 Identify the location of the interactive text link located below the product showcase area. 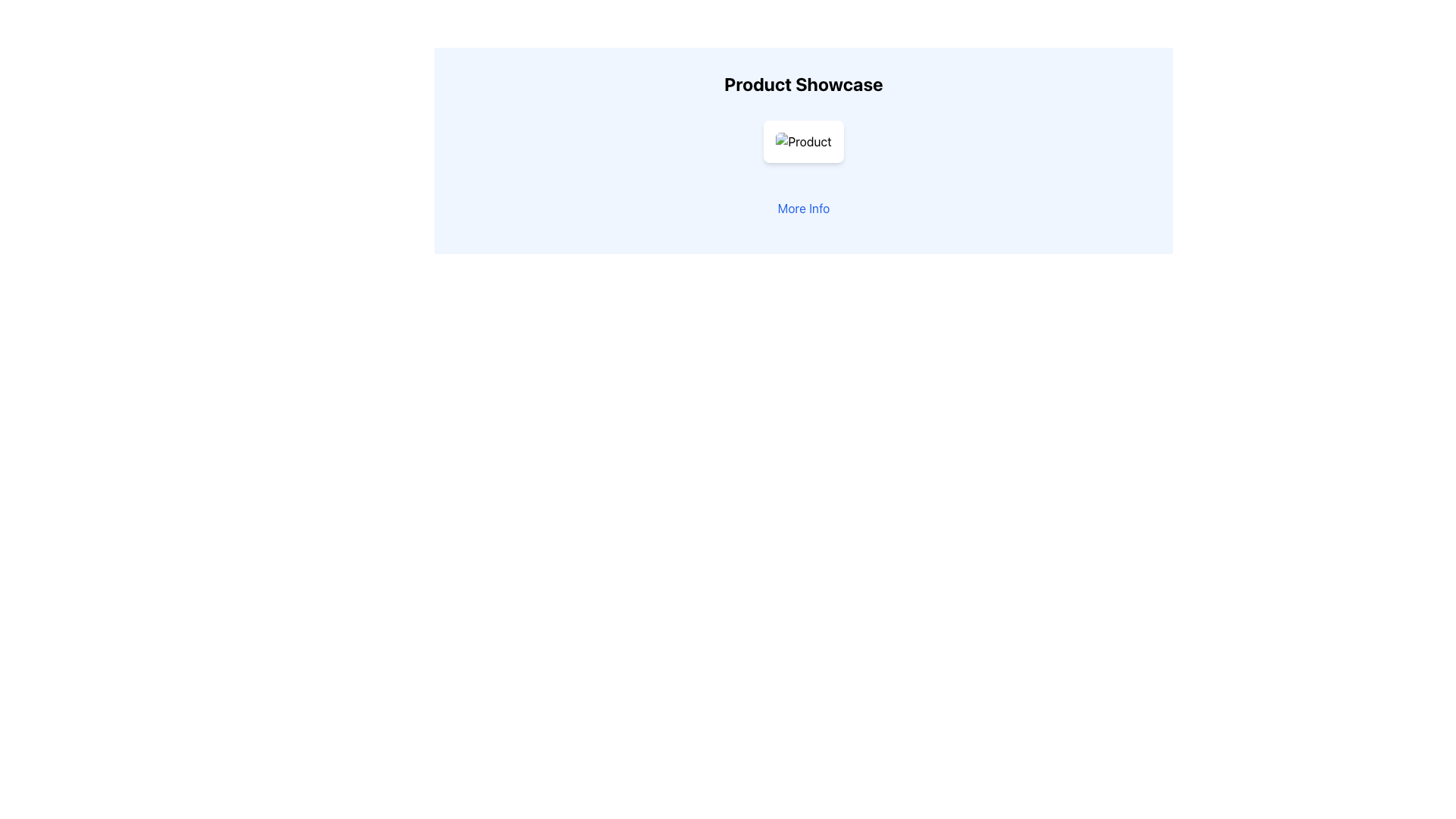
(803, 208).